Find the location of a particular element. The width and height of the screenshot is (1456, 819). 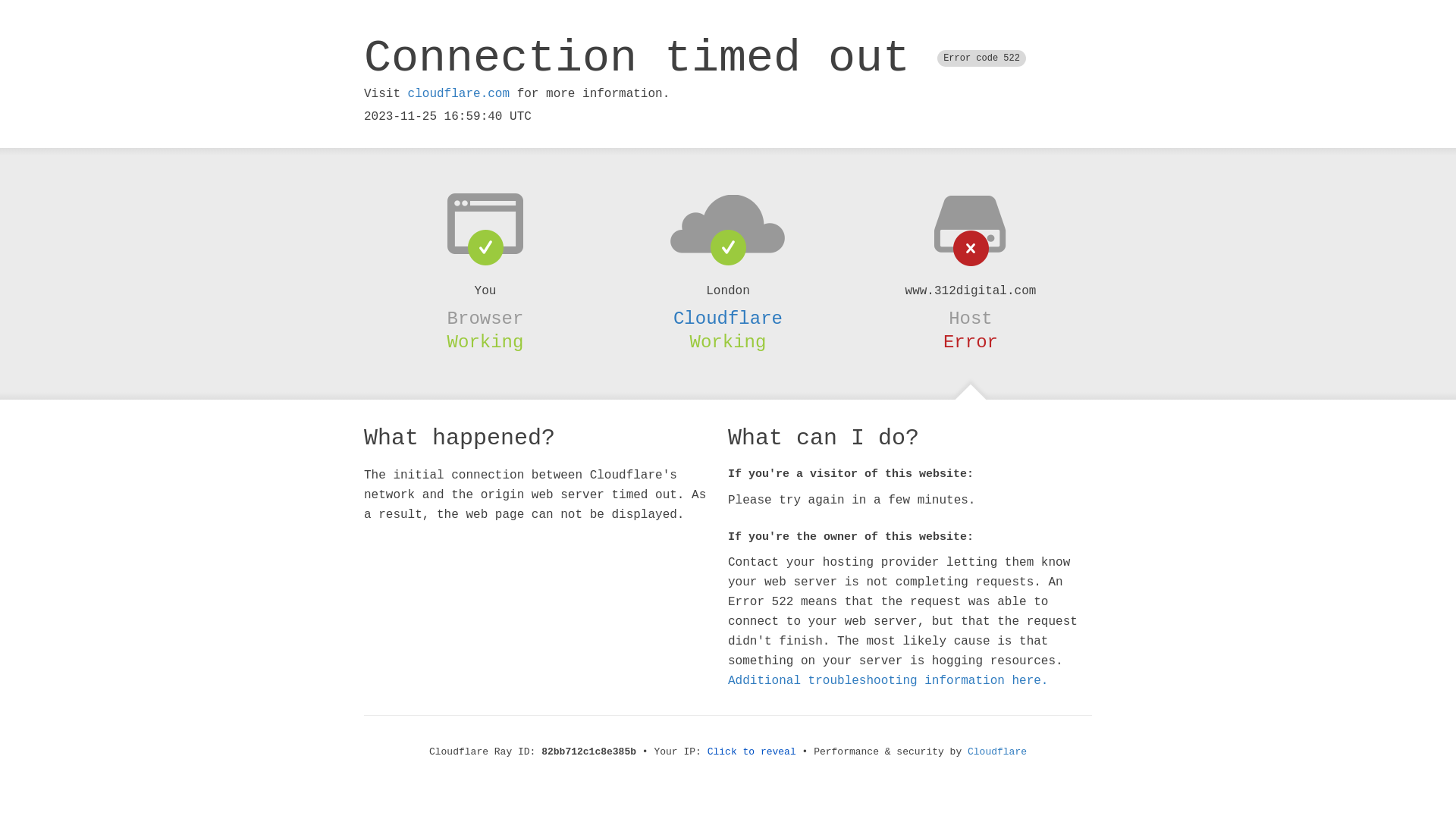

'cloudflare.com' is located at coordinates (457, 93).